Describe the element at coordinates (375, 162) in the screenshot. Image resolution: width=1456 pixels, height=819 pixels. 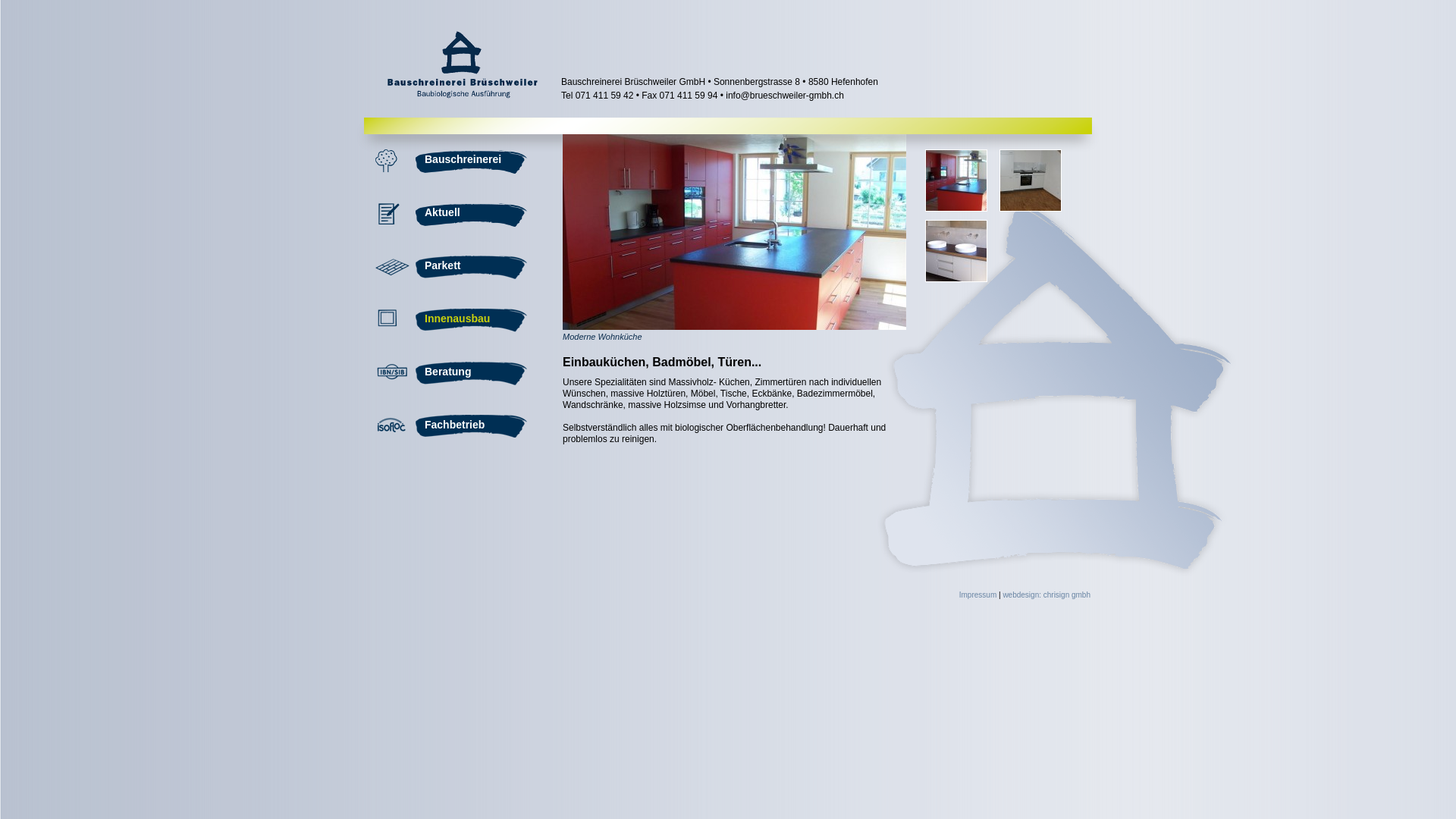
I see `'Bauschreinerei'` at that location.